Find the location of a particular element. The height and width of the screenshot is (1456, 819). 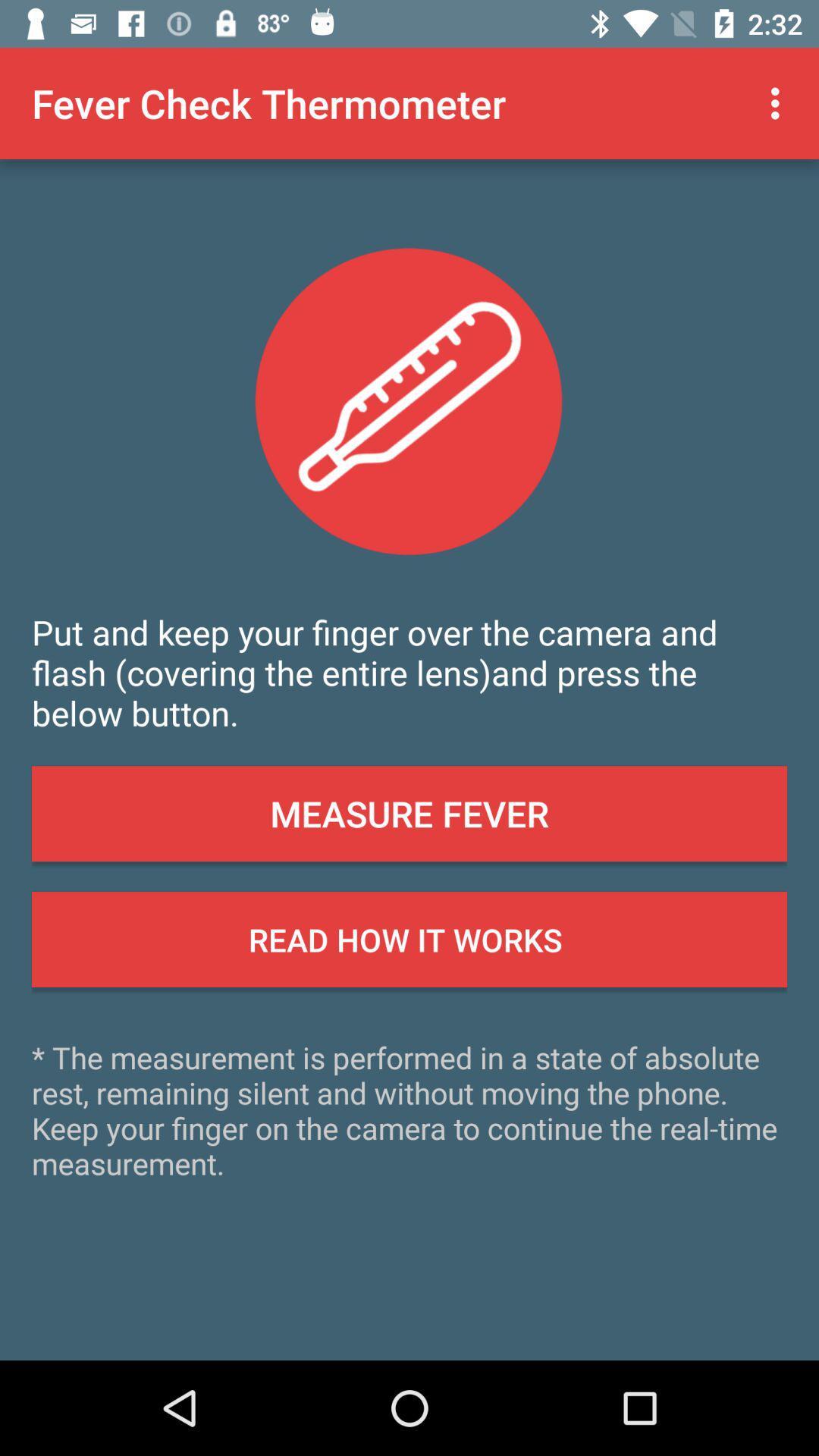

the icon below the put and keep item is located at coordinates (409, 813).